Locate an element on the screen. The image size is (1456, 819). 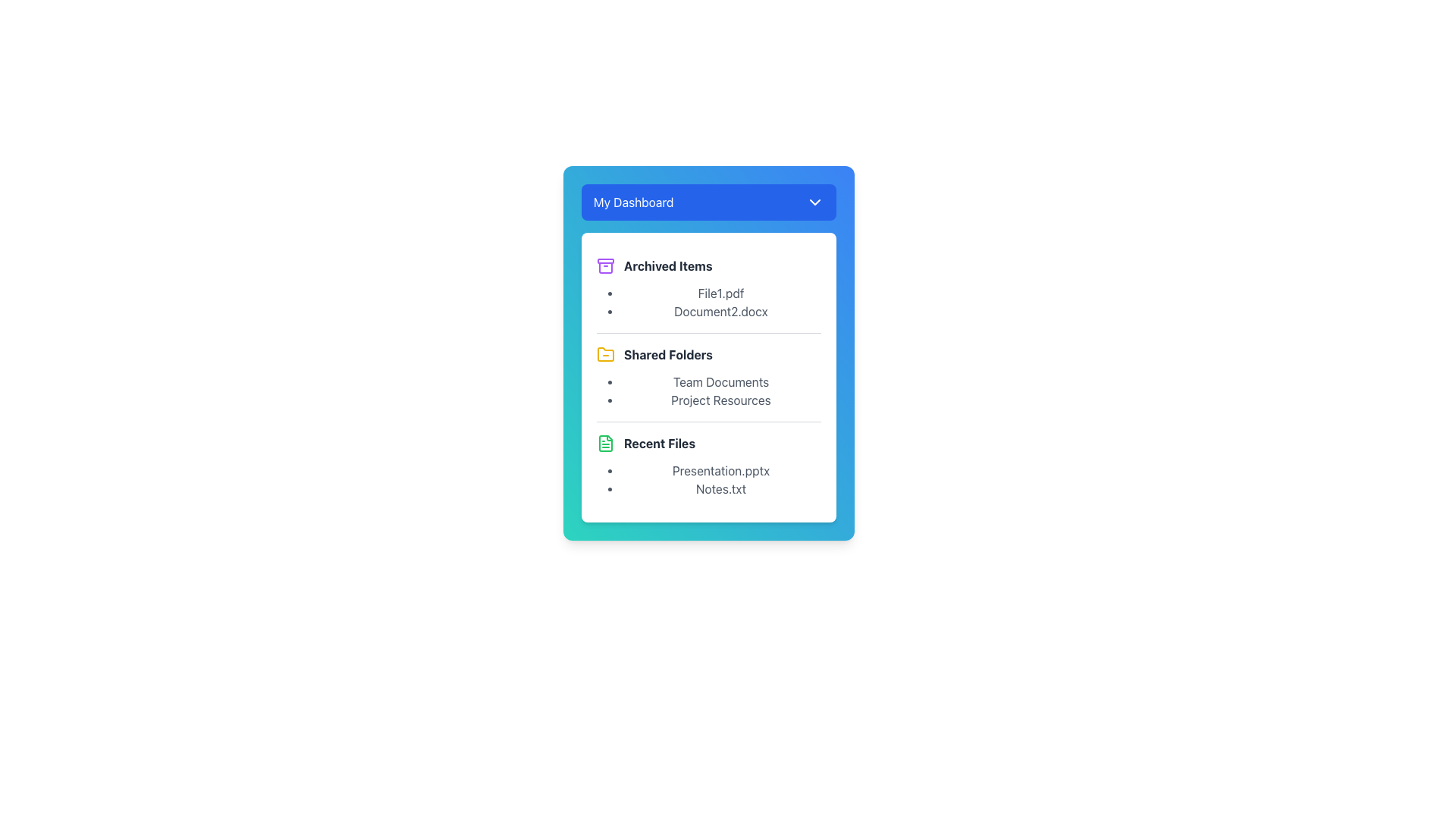
the 'Recent Files' icon located in the top-left corner of the 'Recent Files' section of the dashboard is located at coordinates (604, 444).